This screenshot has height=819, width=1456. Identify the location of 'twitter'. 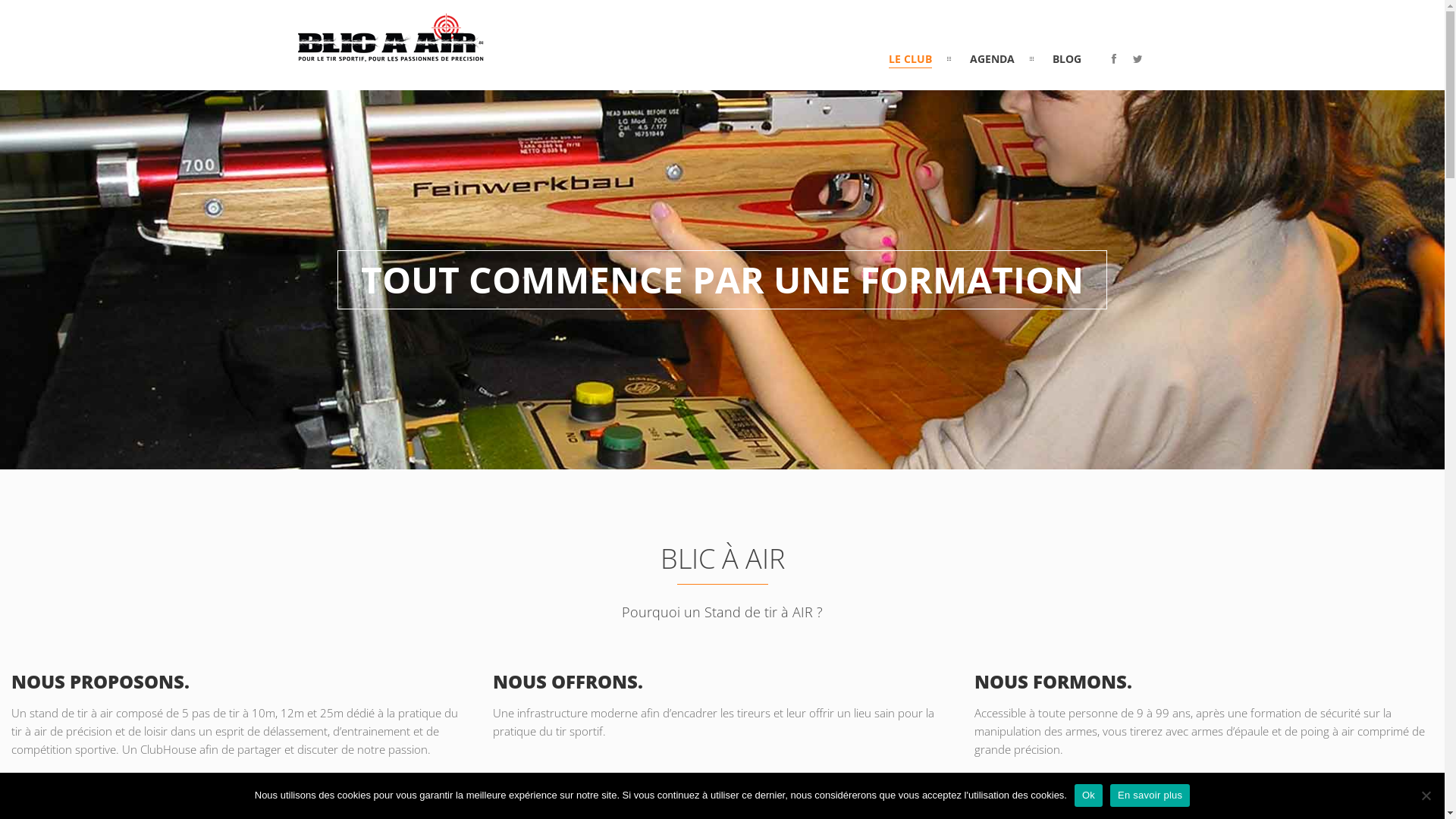
(1137, 58).